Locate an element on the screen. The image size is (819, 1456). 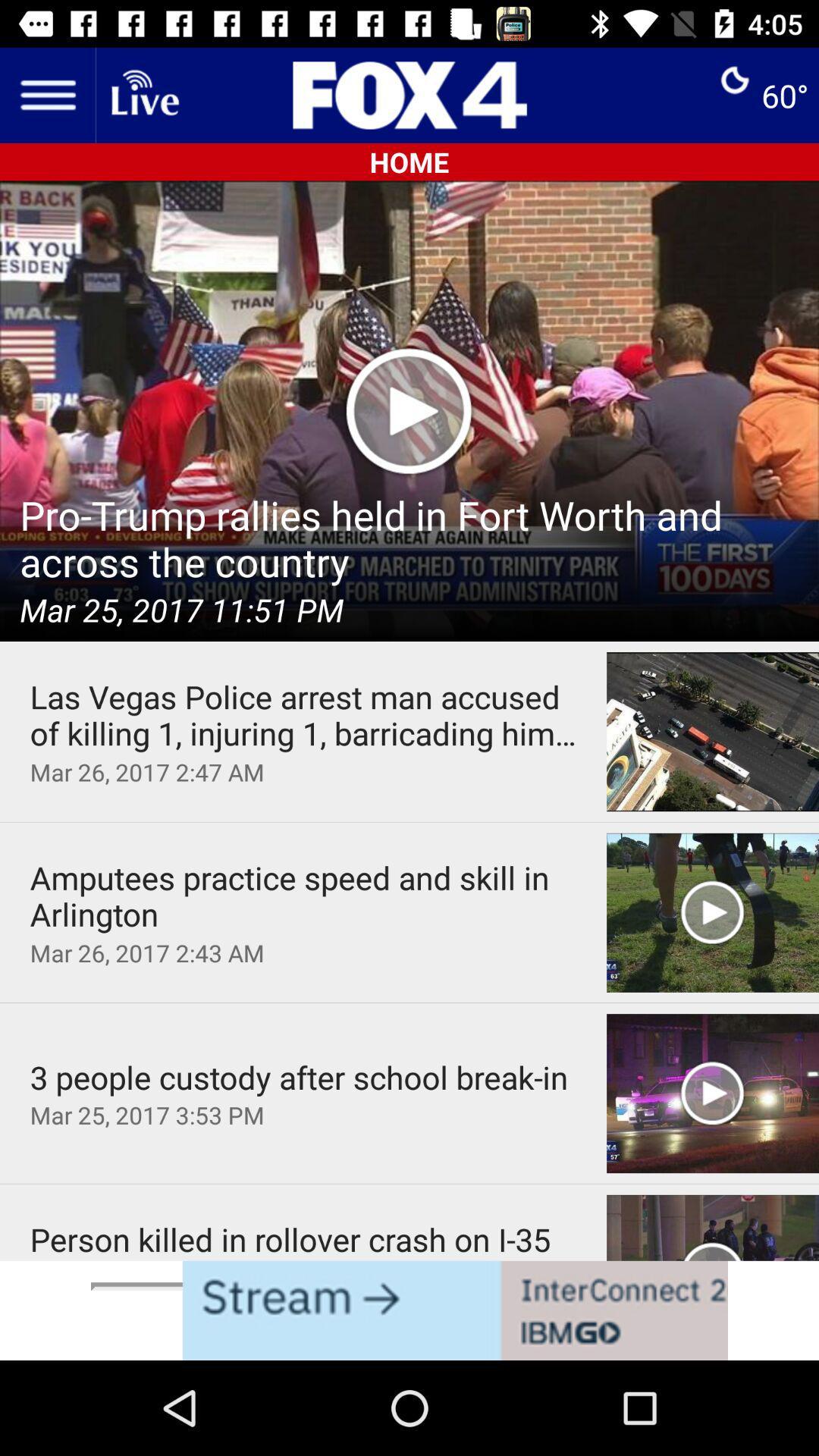
the menu icon is located at coordinates (46, 94).